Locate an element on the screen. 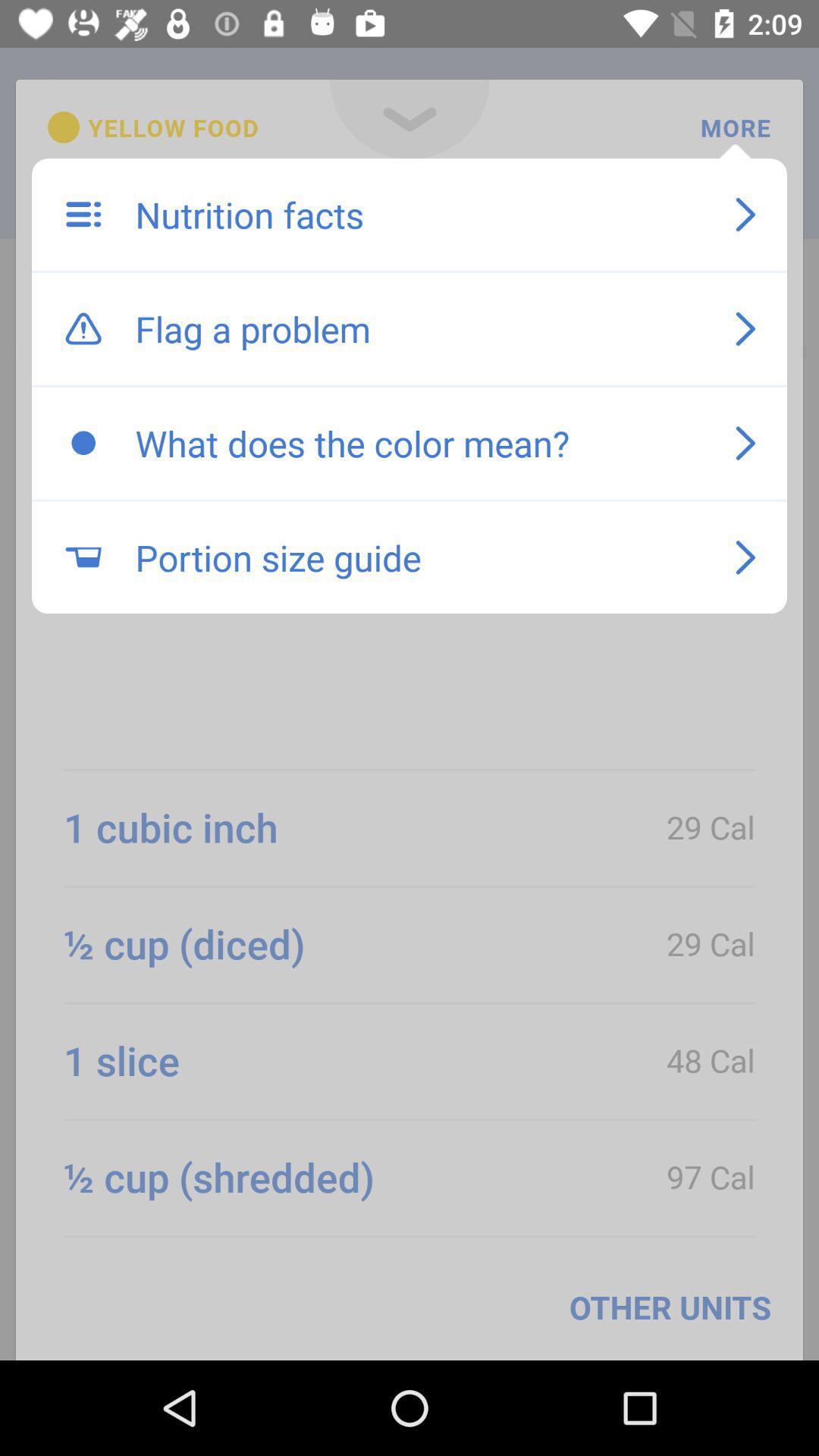  the what does the icon is located at coordinates (419, 442).